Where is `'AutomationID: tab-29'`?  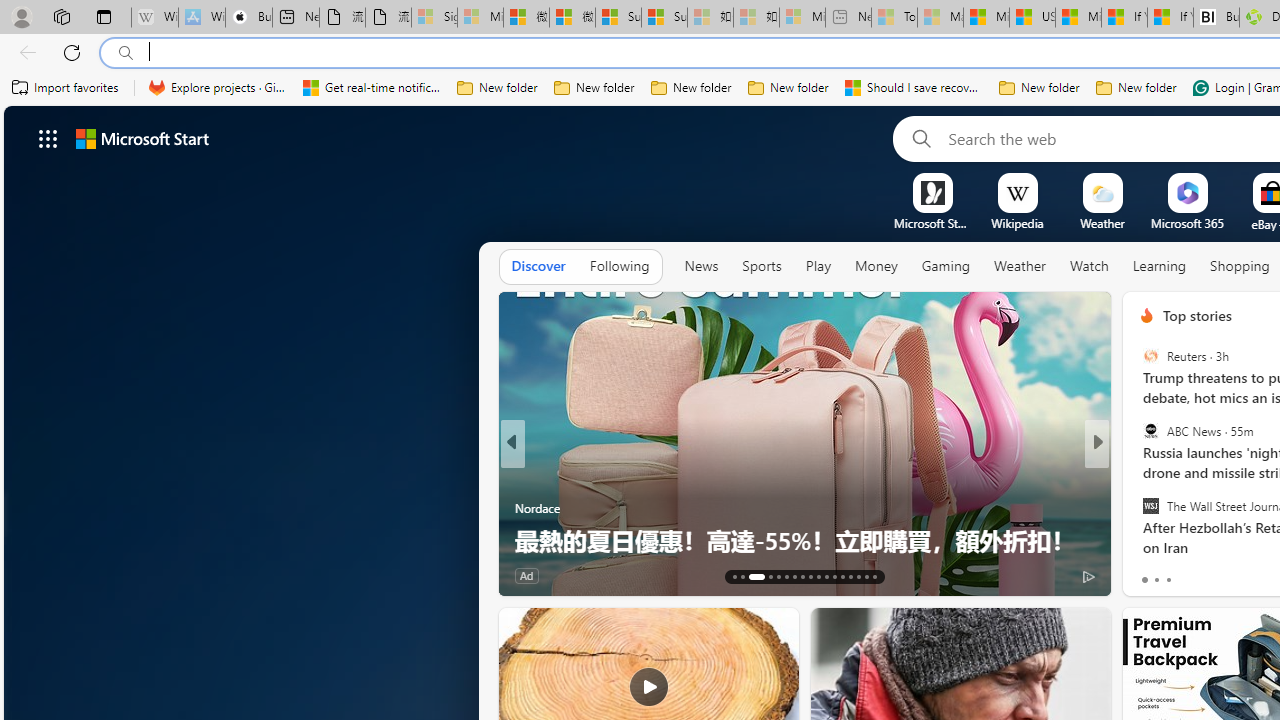
'AutomationID: tab-29' is located at coordinates (874, 577).